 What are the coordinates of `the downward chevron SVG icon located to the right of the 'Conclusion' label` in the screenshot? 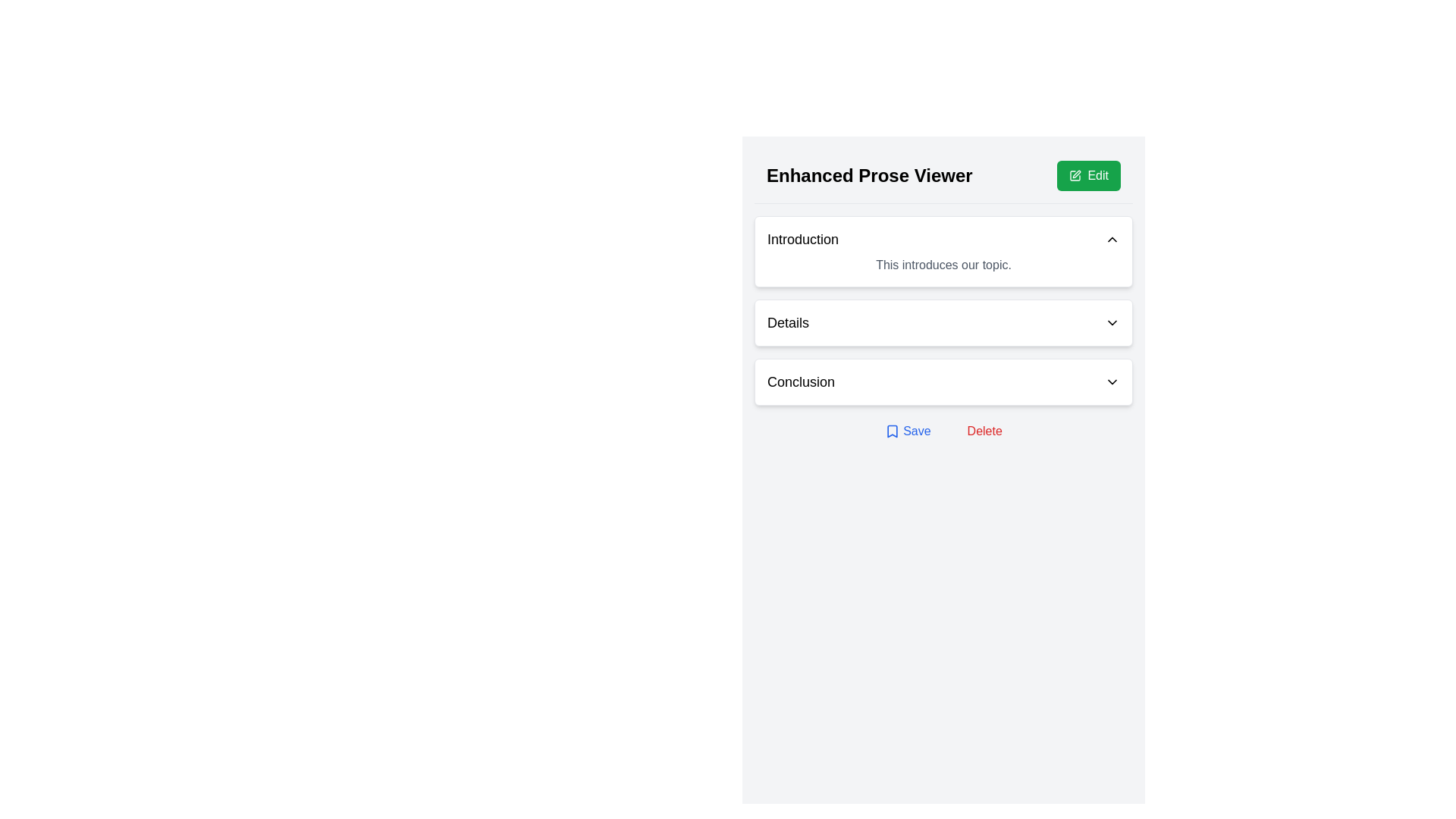 It's located at (1112, 381).